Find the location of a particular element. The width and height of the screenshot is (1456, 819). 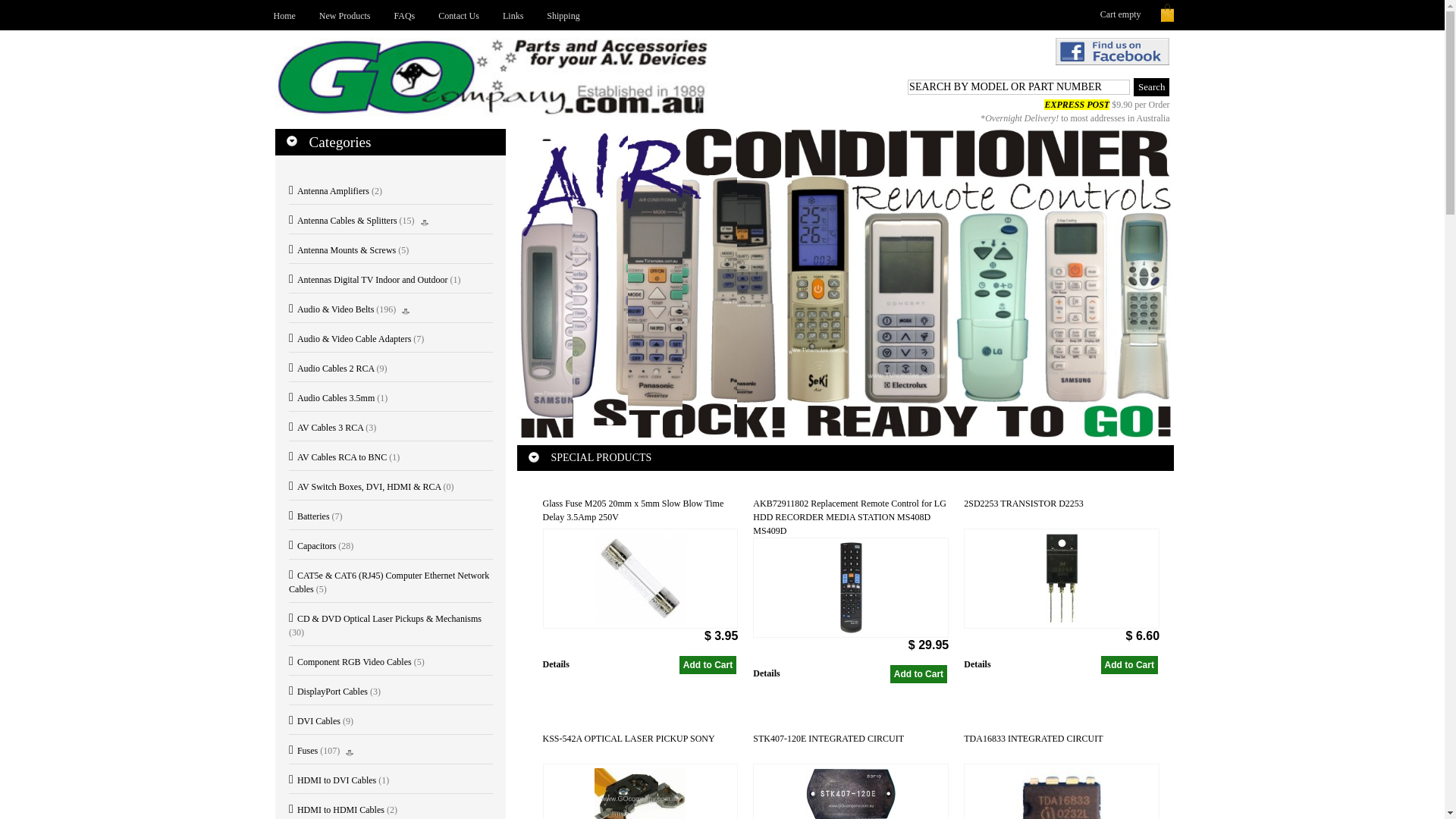

'Antenna Mounts & Screws' is located at coordinates (341, 249).